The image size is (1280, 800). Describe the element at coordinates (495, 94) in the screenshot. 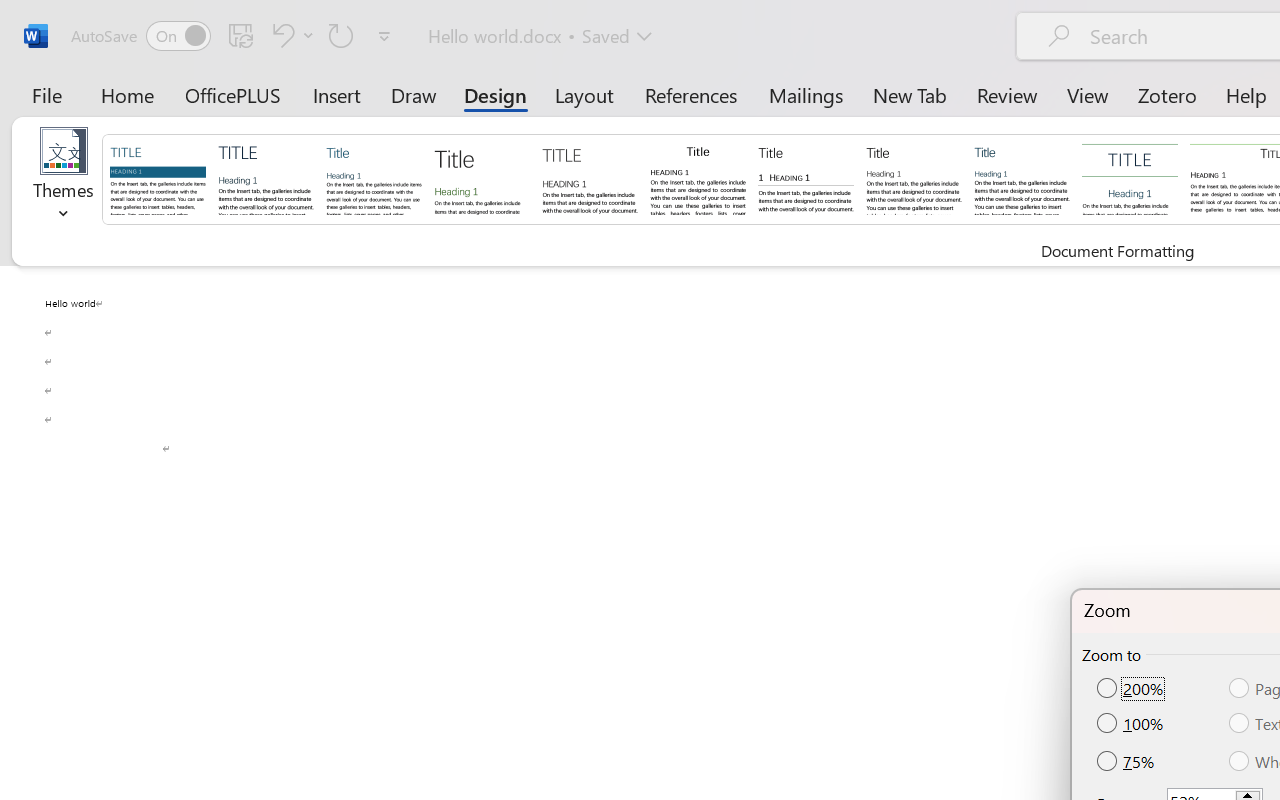

I see `'Design'` at that location.